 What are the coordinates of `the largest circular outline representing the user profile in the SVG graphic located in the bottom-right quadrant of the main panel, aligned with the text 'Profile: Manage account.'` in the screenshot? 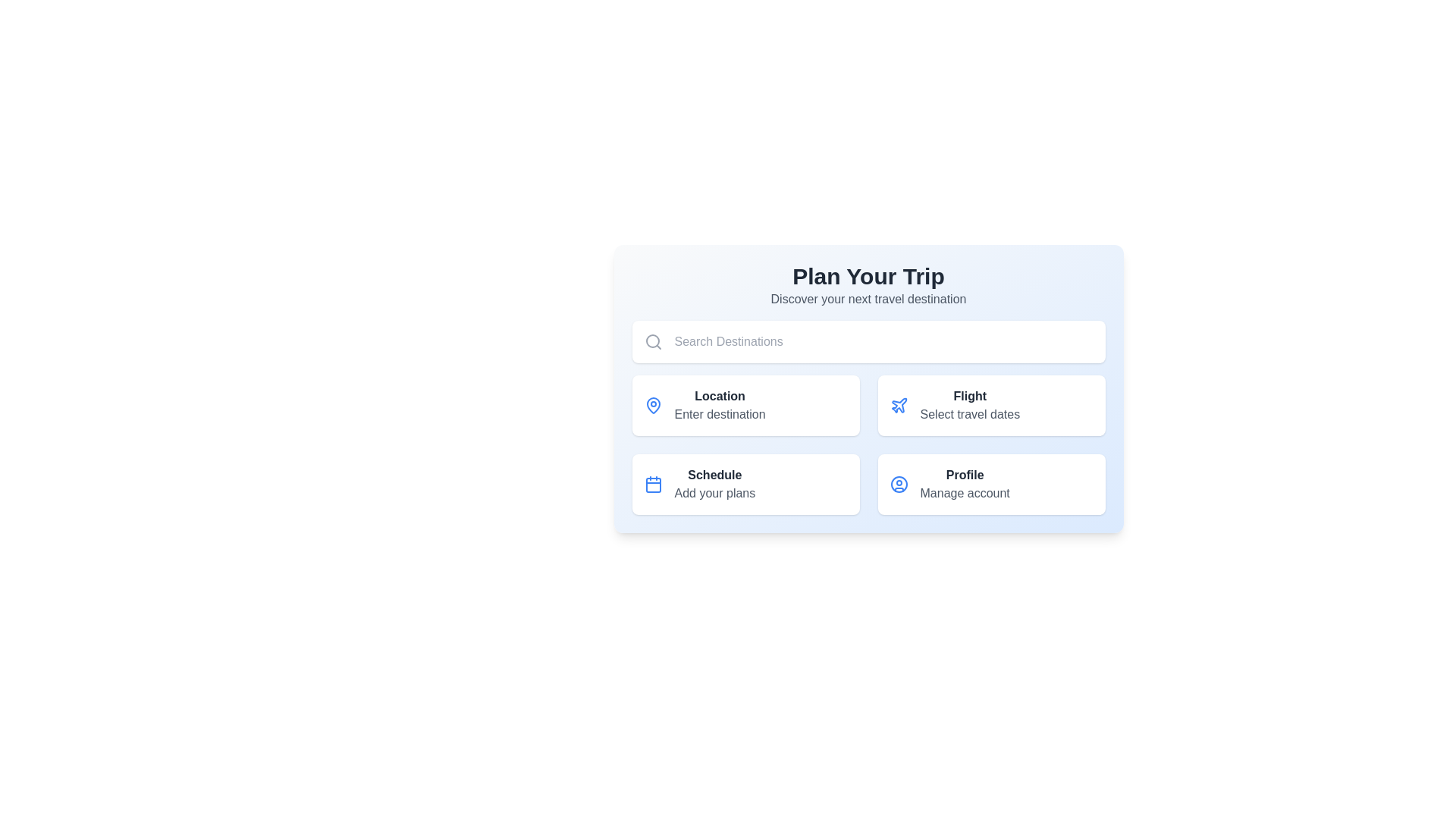 It's located at (899, 485).